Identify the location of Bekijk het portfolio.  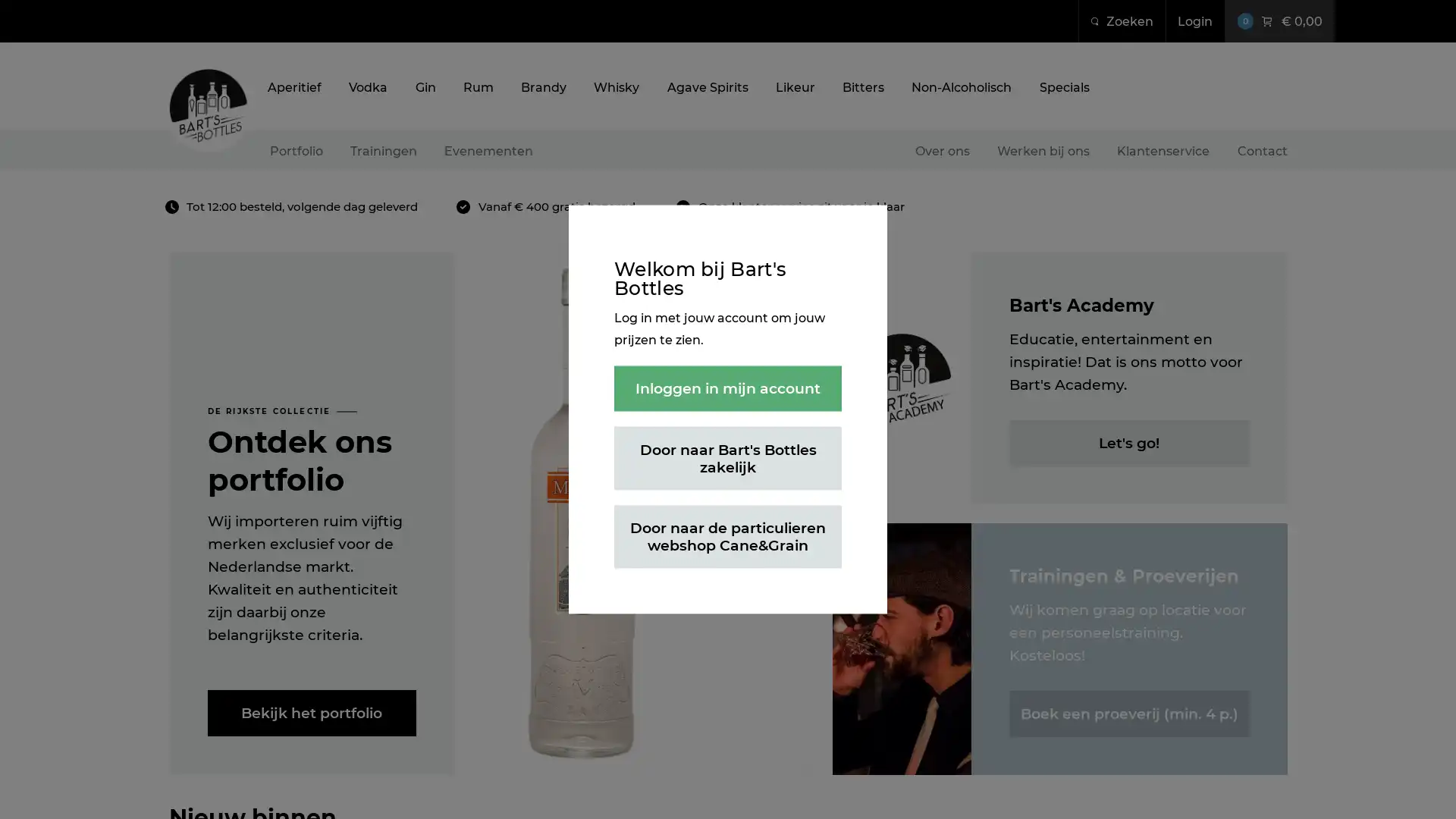
(310, 713).